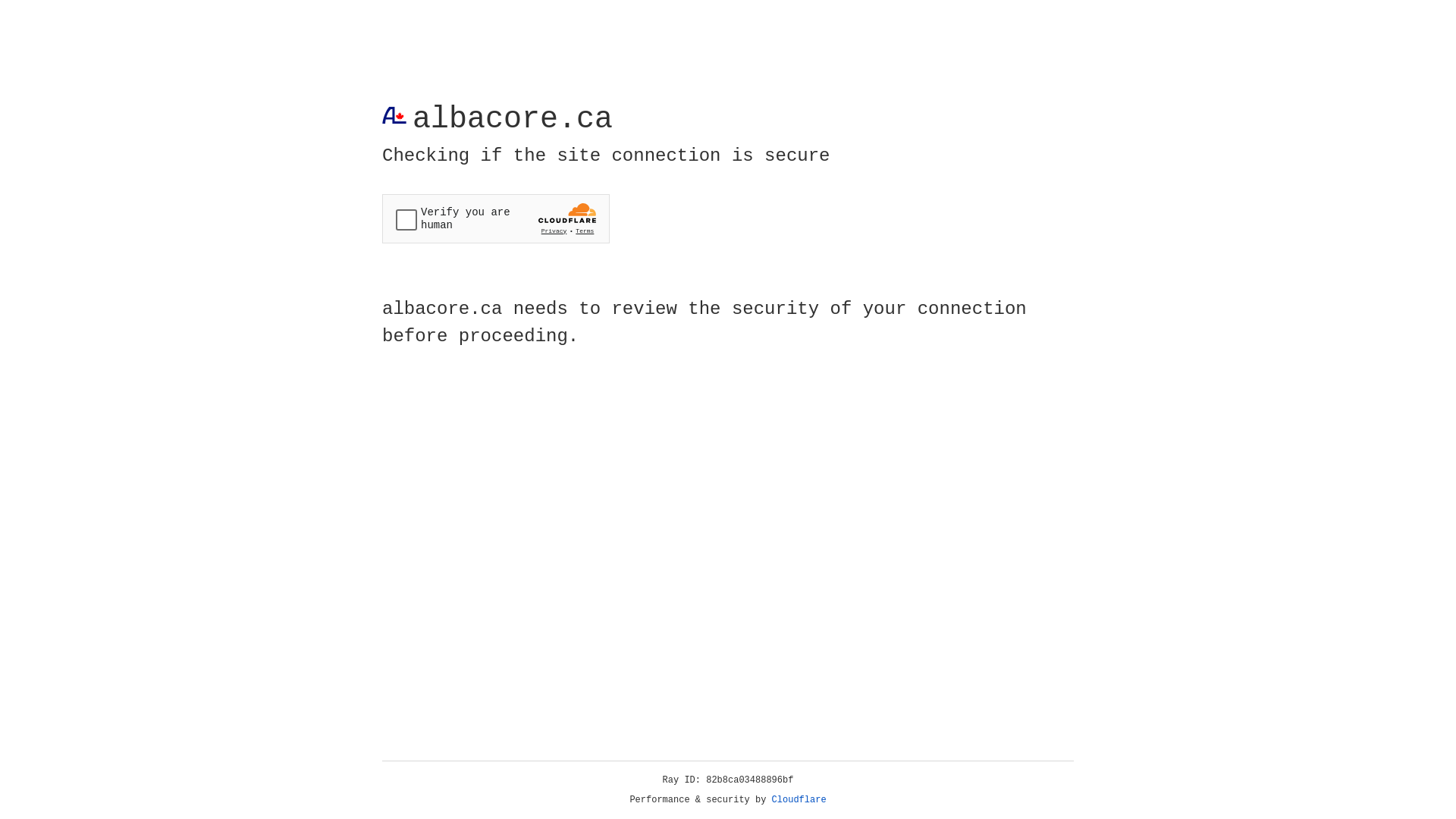 The width and height of the screenshot is (1456, 819). Describe the element at coordinates (495, 218) in the screenshot. I see `'Widget containing a Cloudflare security challenge'` at that location.